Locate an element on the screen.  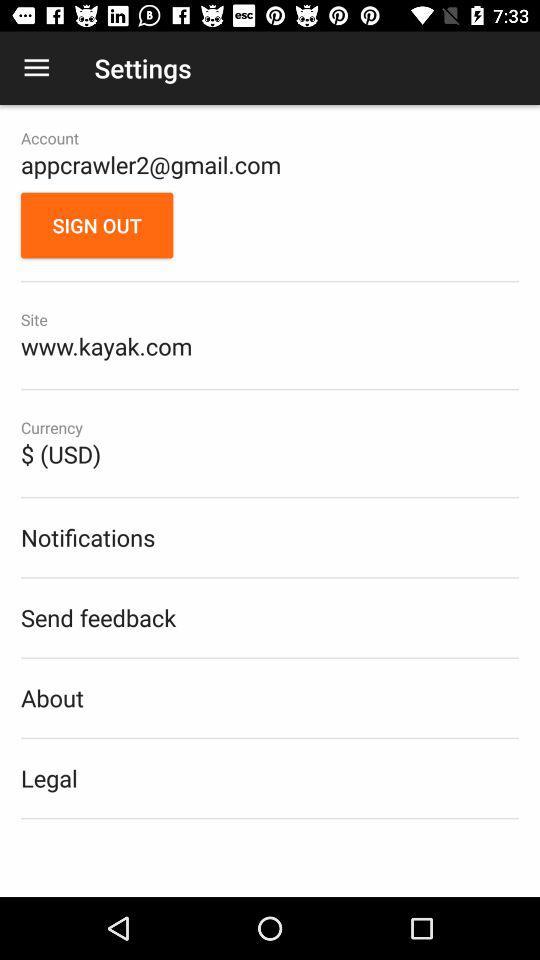
the sign out is located at coordinates (96, 225).